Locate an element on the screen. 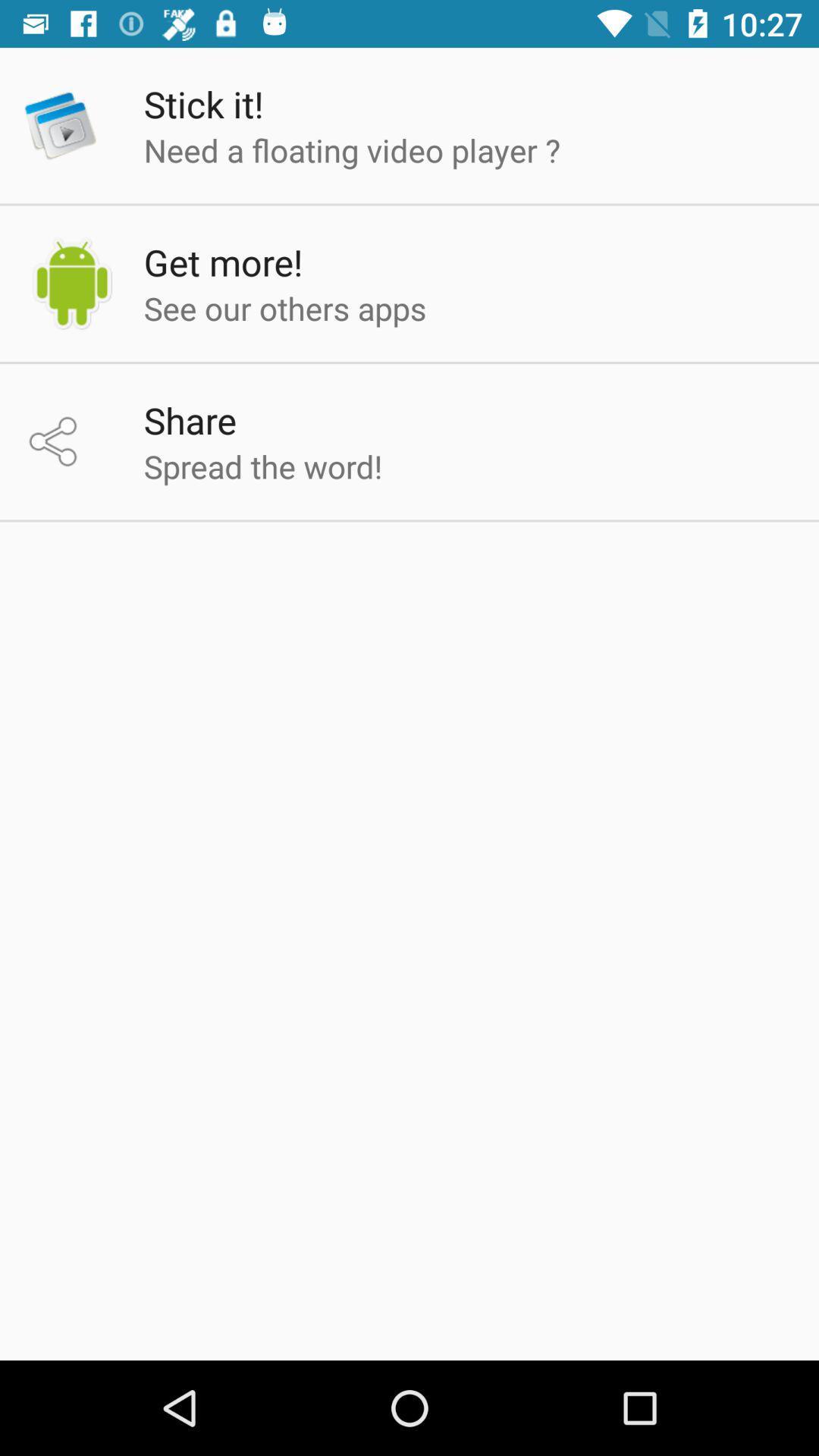 Image resolution: width=819 pixels, height=1456 pixels. the app above get more! app is located at coordinates (352, 149).